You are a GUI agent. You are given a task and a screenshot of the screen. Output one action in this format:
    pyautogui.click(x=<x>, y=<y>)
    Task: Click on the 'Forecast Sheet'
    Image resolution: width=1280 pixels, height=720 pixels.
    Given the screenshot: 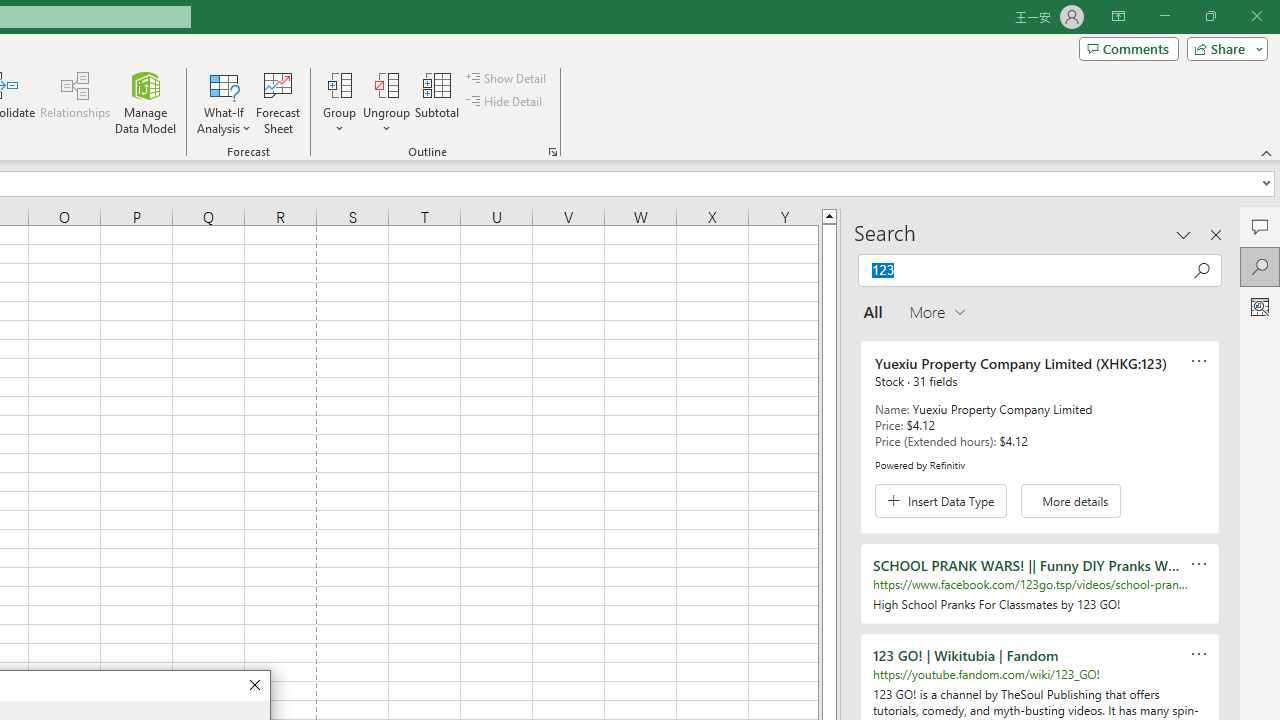 What is the action you would take?
    pyautogui.click(x=277, y=103)
    